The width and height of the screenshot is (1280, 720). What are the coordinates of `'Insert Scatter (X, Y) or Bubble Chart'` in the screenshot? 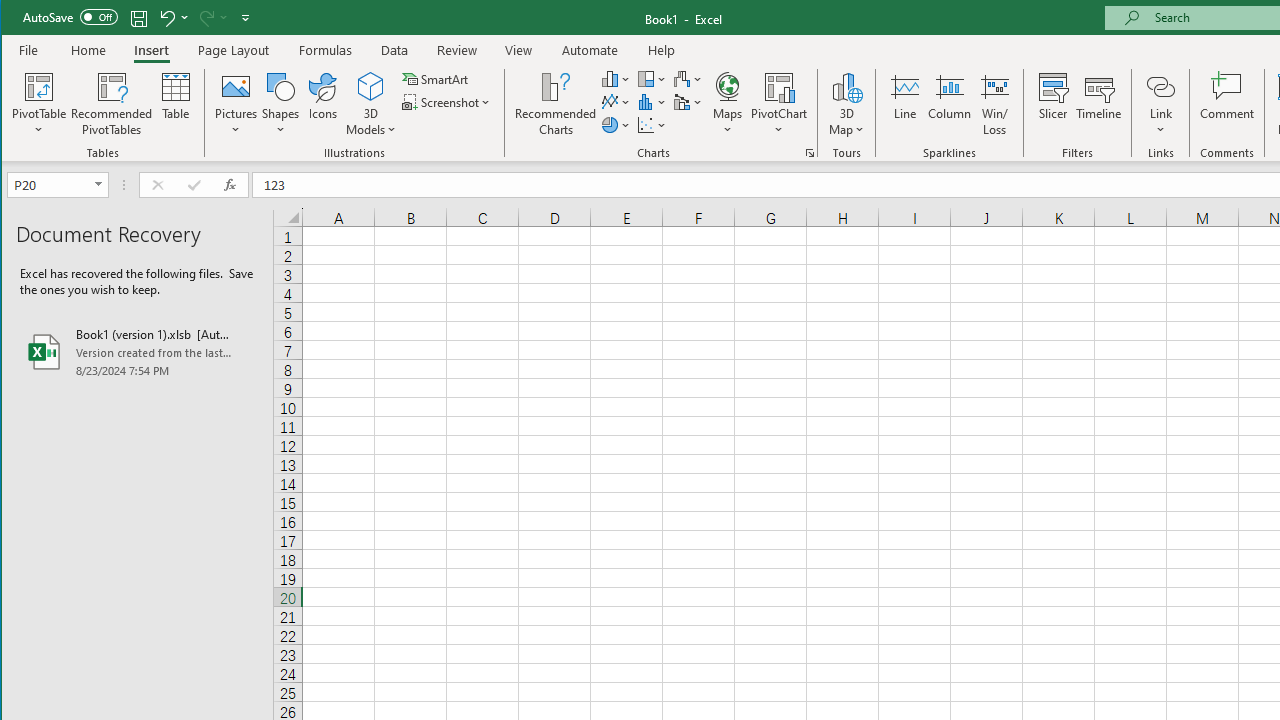 It's located at (652, 125).